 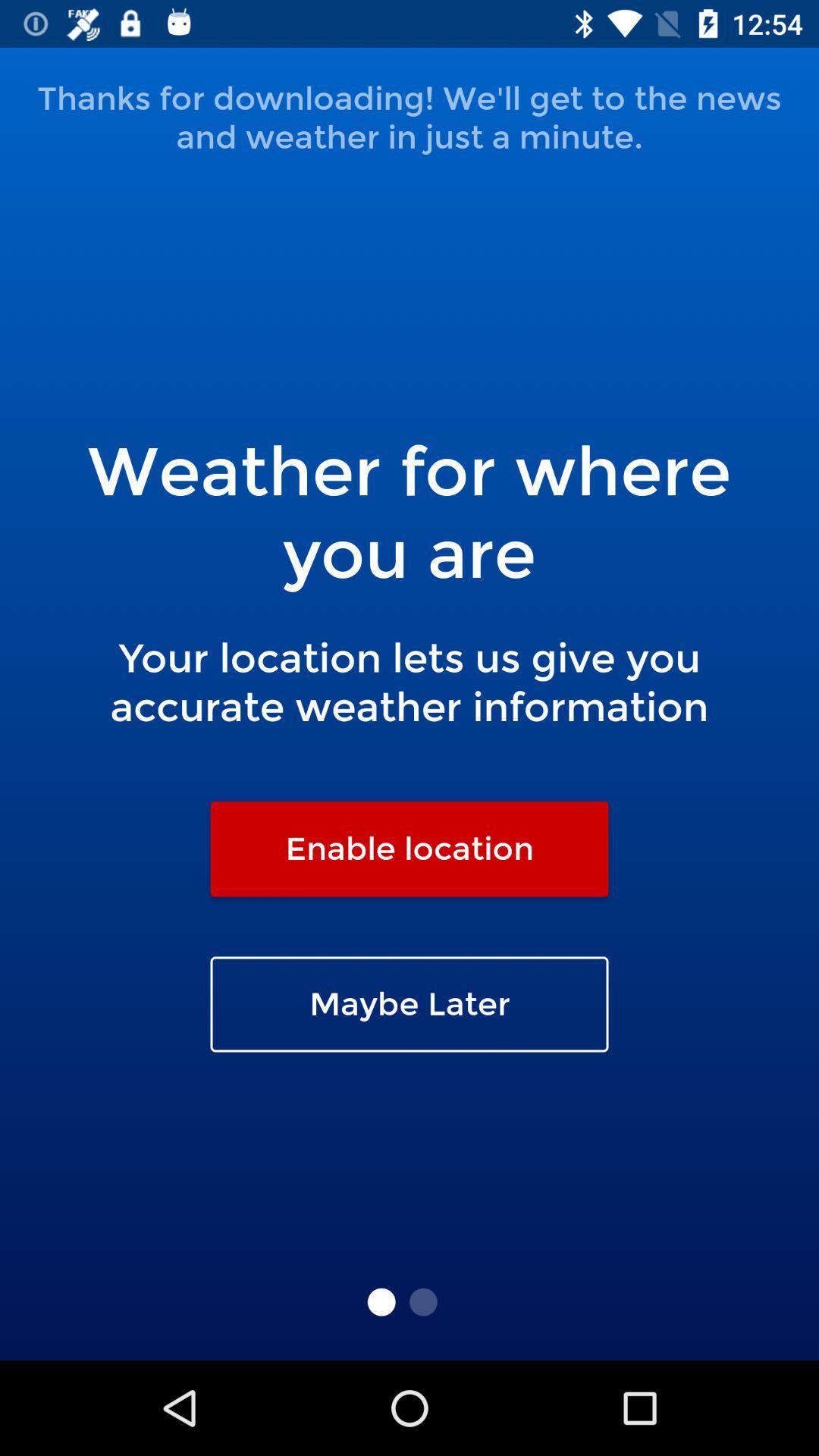 What do you see at coordinates (409, 848) in the screenshot?
I see `icon above the maybe later icon` at bounding box center [409, 848].